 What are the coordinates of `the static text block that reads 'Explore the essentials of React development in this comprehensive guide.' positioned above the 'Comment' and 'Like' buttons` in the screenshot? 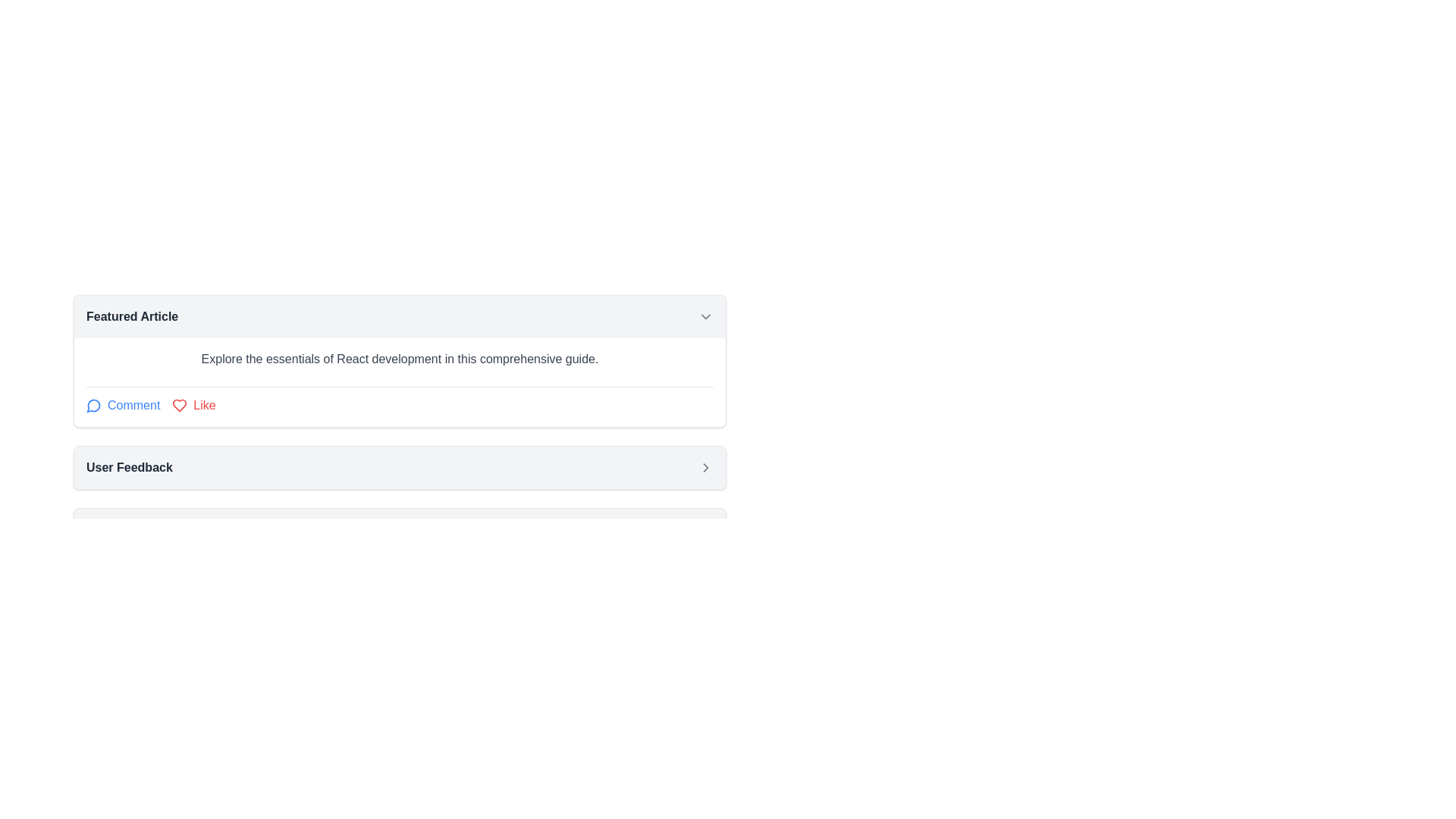 It's located at (400, 363).